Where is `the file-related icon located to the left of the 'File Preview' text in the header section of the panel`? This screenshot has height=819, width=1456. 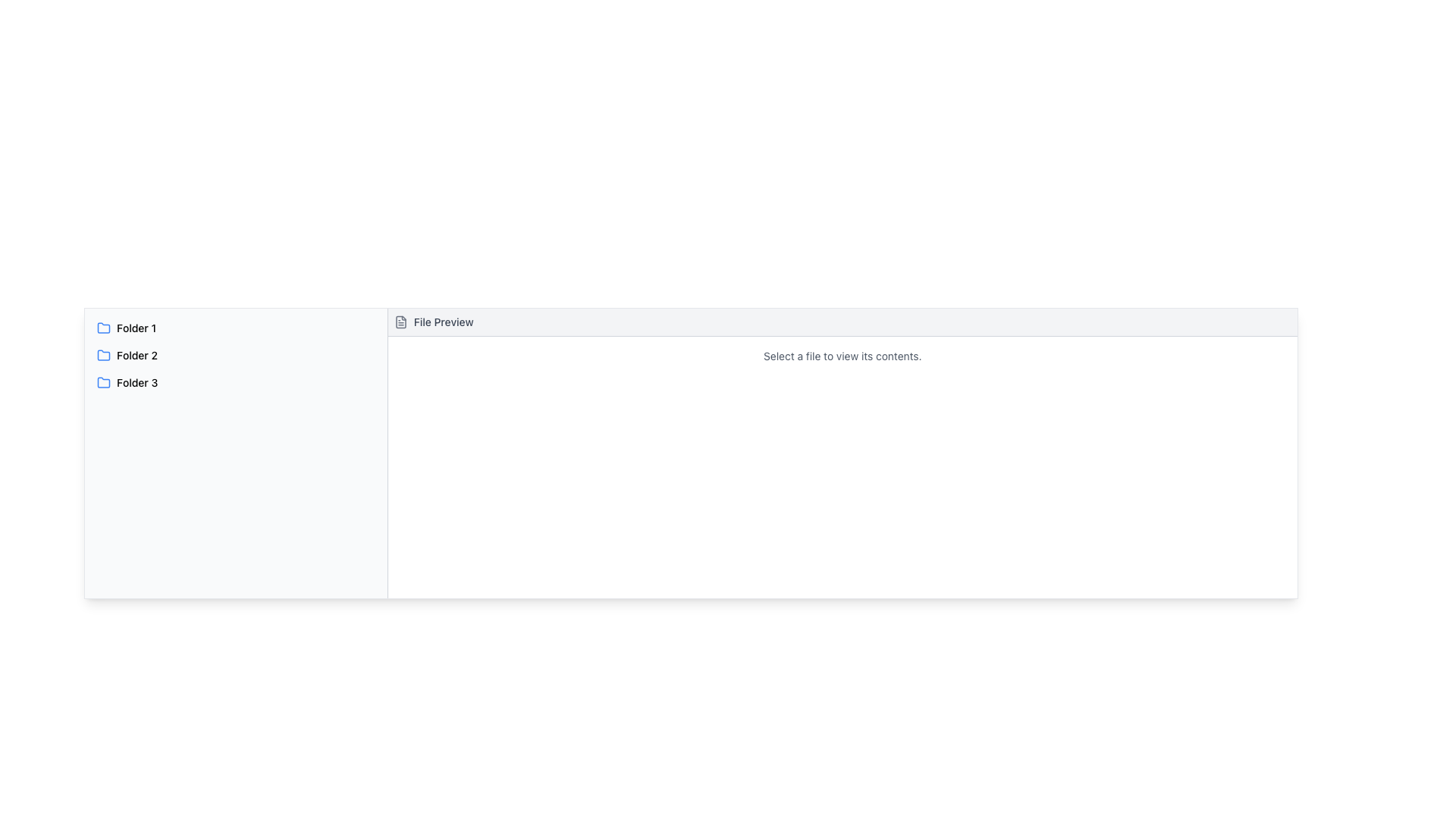 the file-related icon located to the left of the 'File Preview' text in the header section of the panel is located at coordinates (400, 321).